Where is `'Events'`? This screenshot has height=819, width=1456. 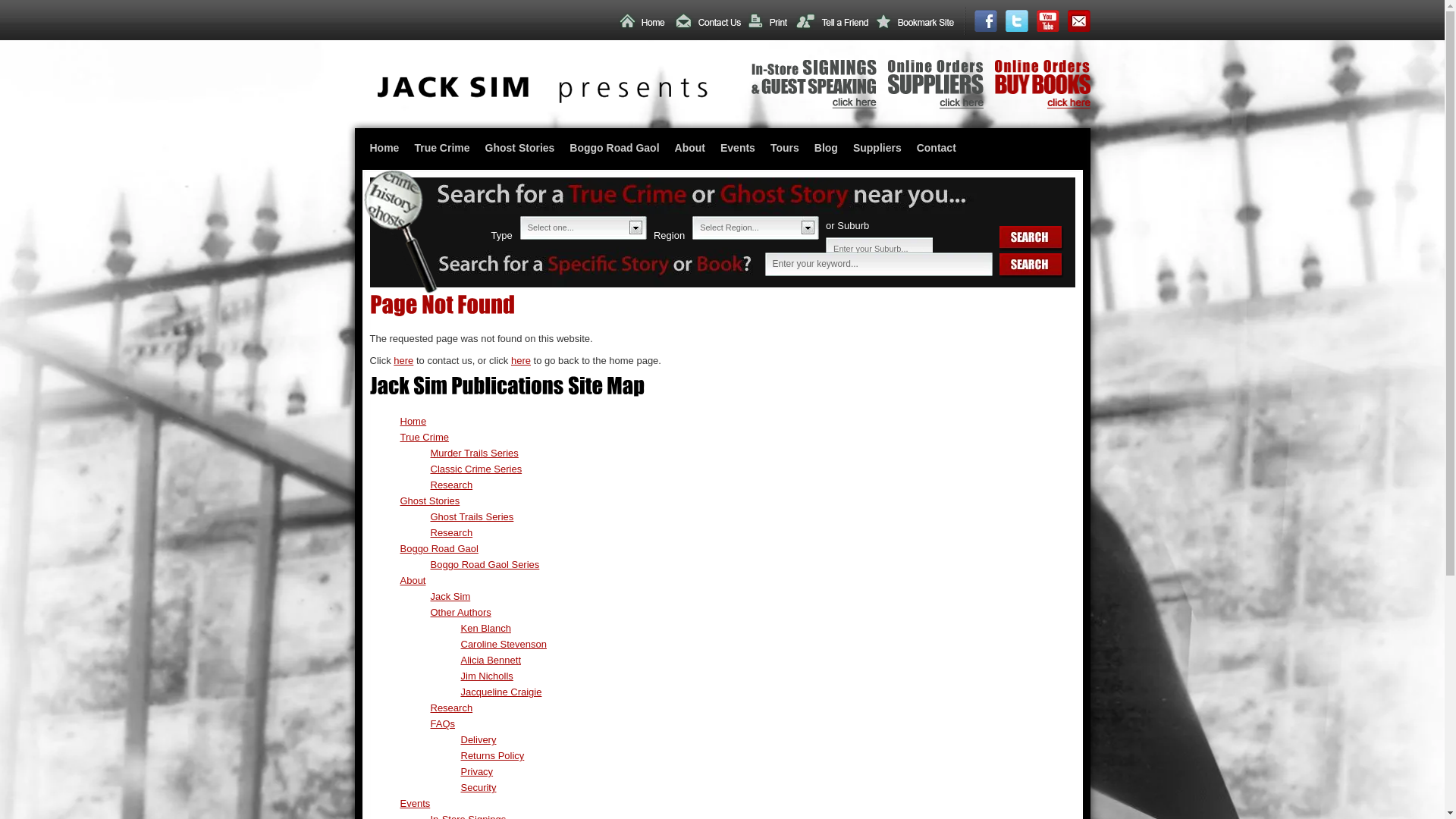
'Events' is located at coordinates (415, 802).